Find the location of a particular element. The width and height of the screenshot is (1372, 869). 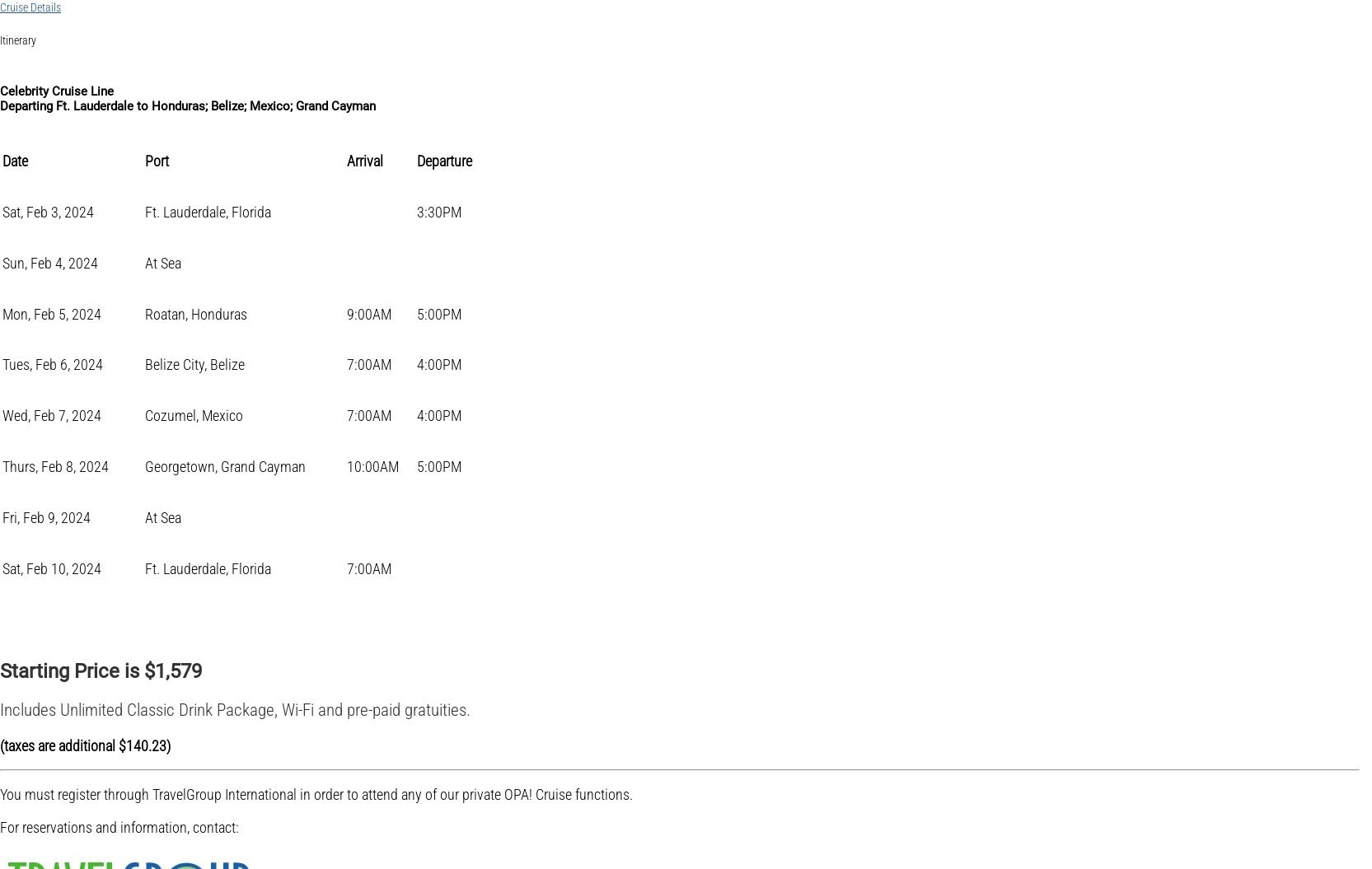

'Departing Ft. Lauderdale to Honduras; Belize; Mexico; Grand Cayman' is located at coordinates (187, 106).